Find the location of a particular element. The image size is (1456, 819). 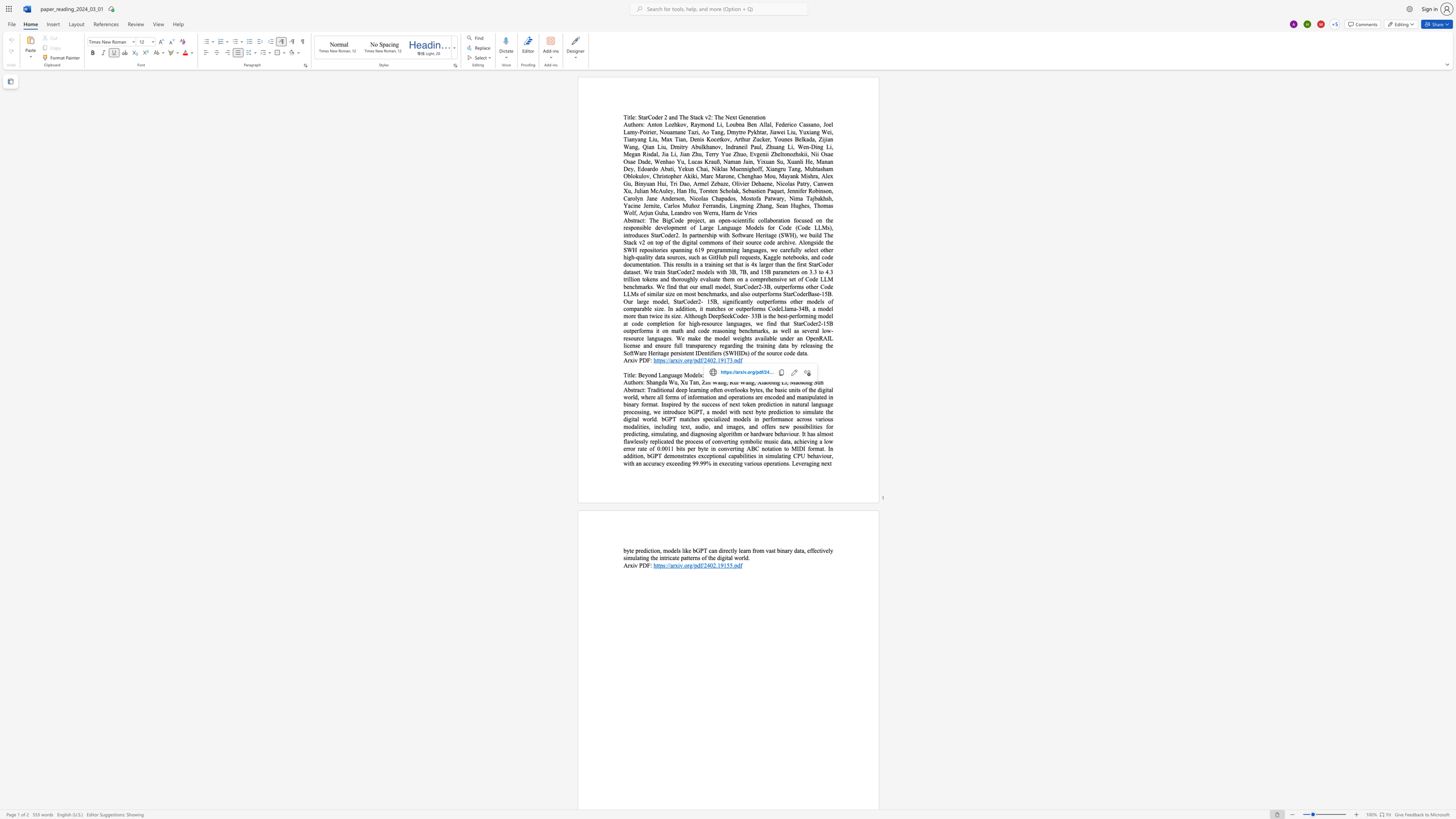

the 1th character "i" in the text is located at coordinates (706, 382).